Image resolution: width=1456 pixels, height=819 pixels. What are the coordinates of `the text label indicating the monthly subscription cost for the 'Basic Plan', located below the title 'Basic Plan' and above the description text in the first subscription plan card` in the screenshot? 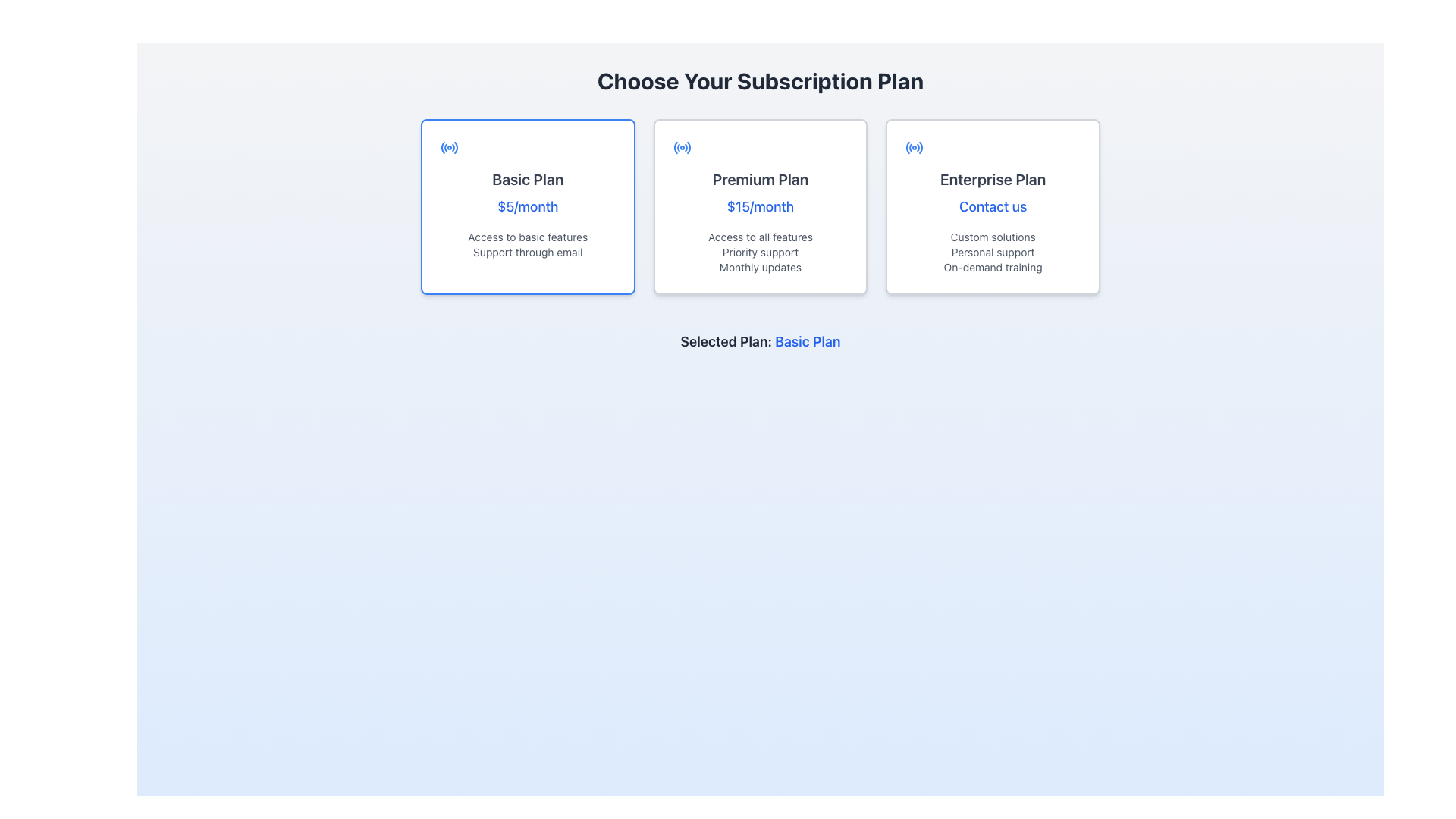 It's located at (528, 207).